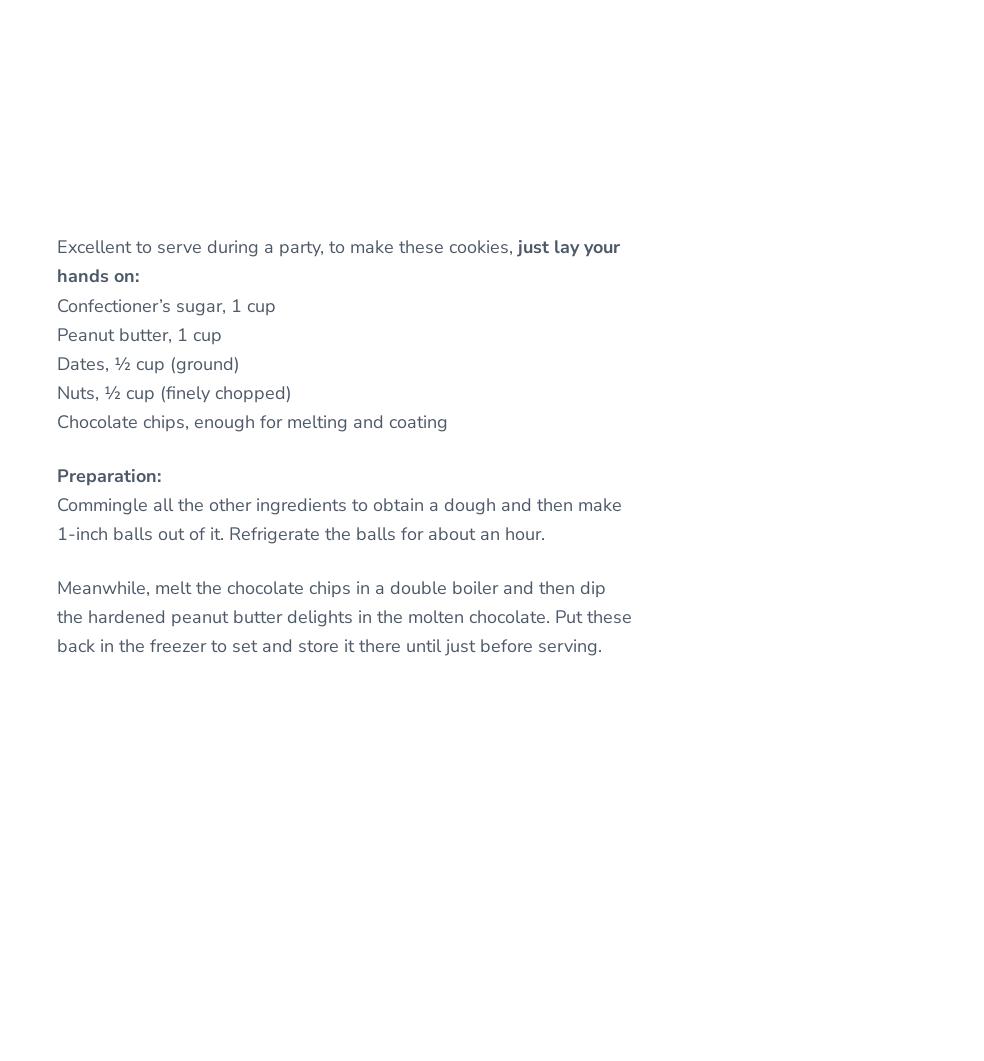  Describe the element at coordinates (108, 475) in the screenshot. I see `'Preparation:'` at that location.